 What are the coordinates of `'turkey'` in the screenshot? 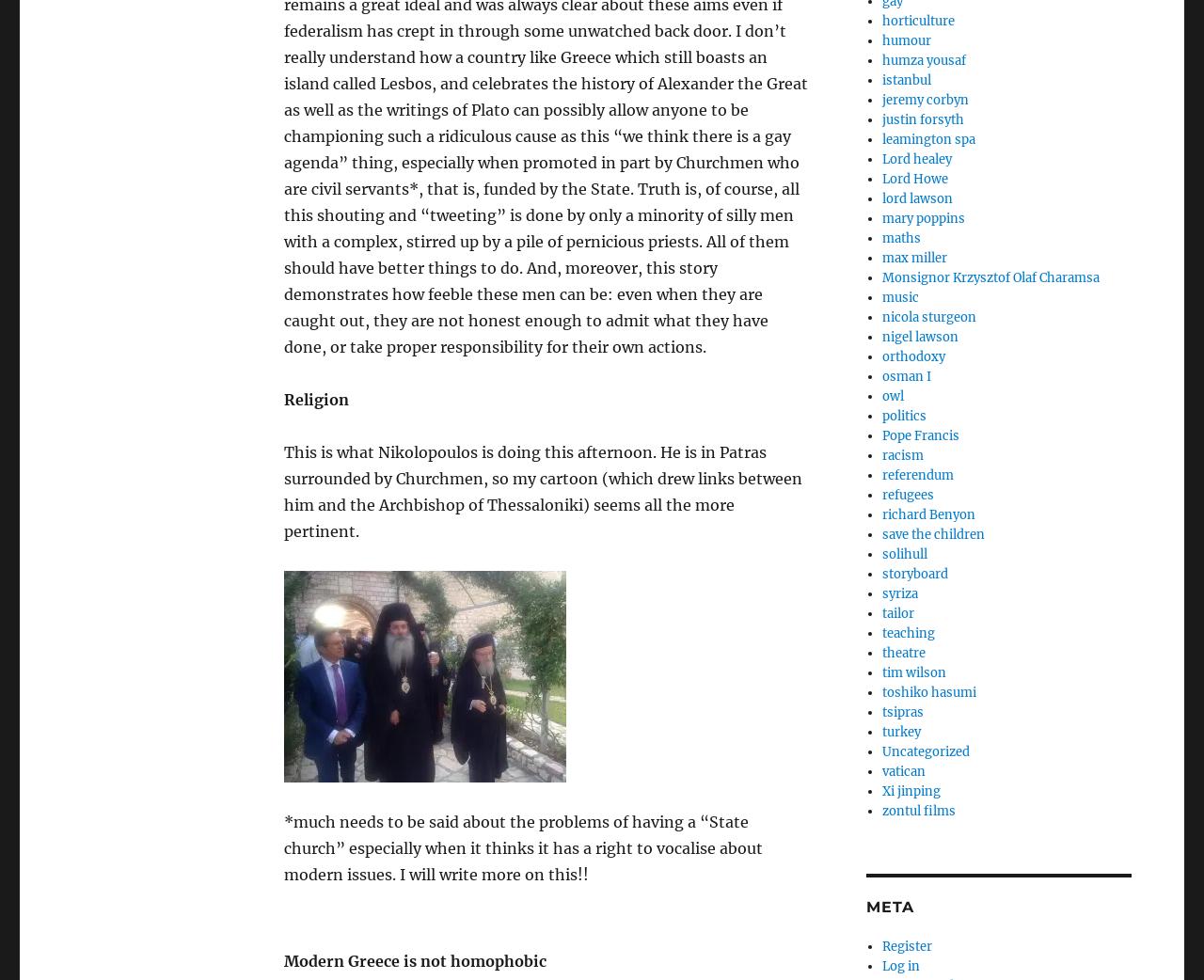 It's located at (899, 731).